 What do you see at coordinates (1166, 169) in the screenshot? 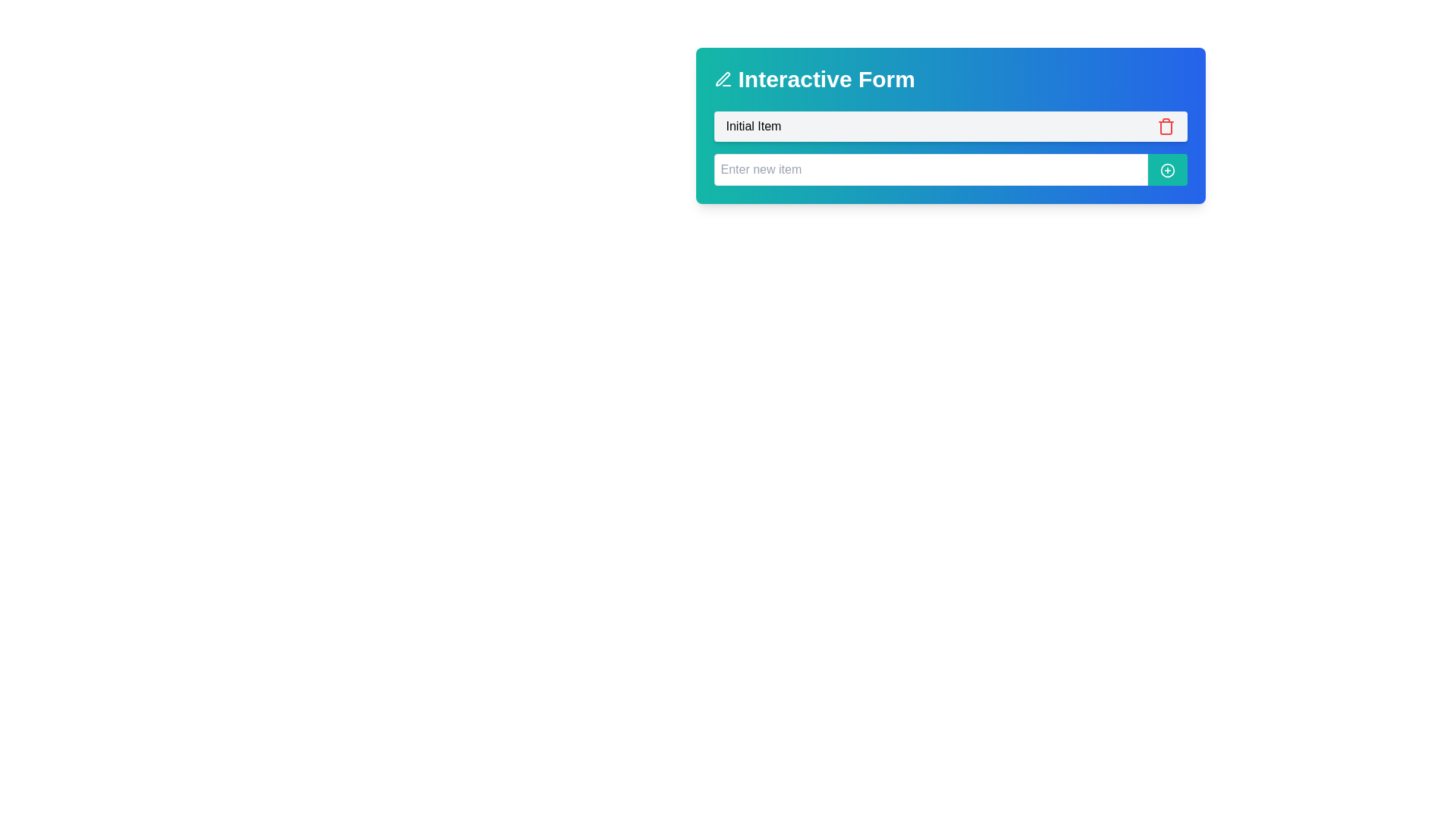
I see `the button located at the right end of the second text input field` at bounding box center [1166, 169].